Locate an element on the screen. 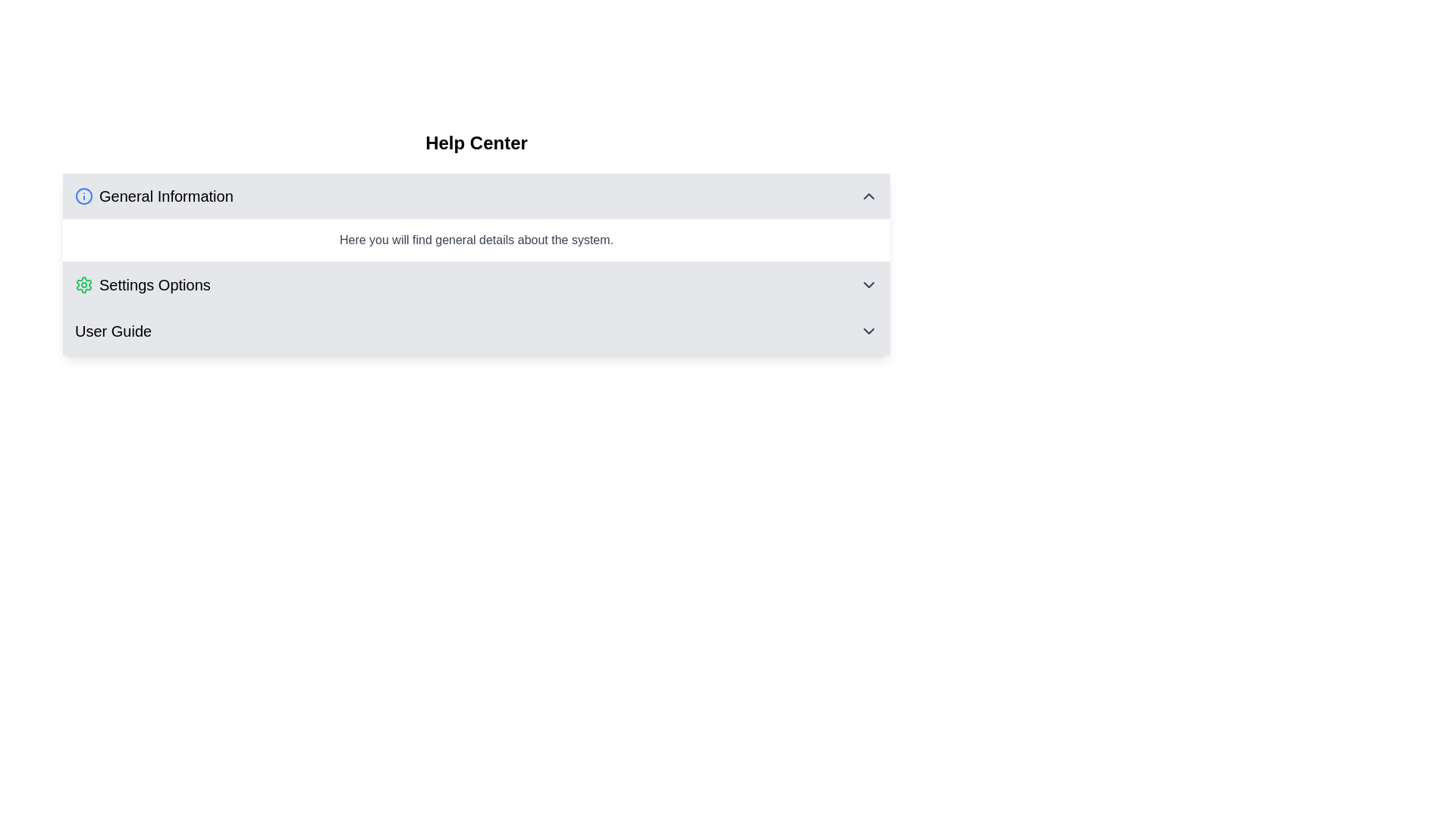 This screenshot has height=819, width=1456. the upward-pointing chevron icon button located at the top-right corner of the 'General Information' header is located at coordinates (869, 195).